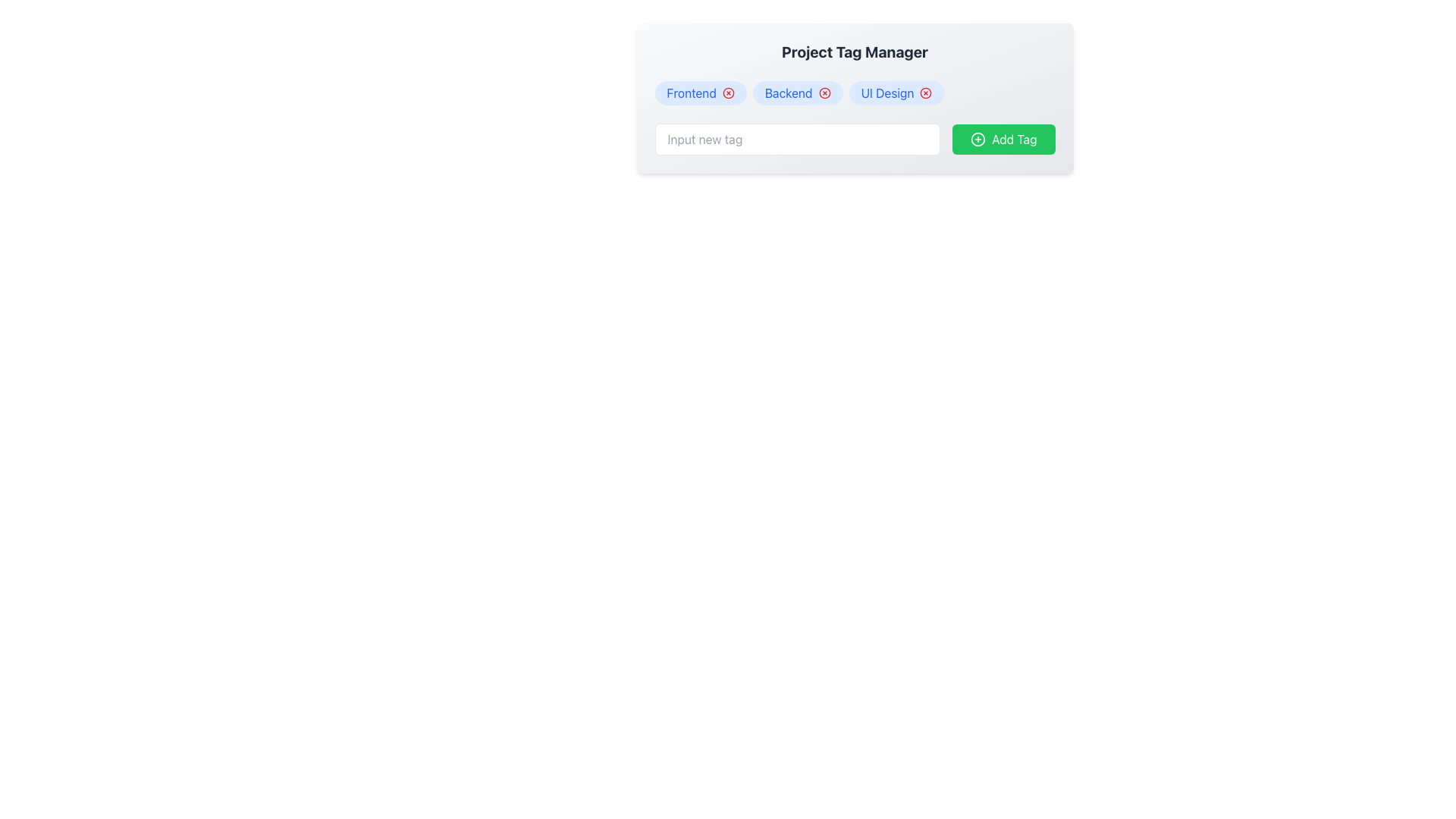 This screenshot has width=1456, height=819. I want to click on the small circular red 'X' button located within the 'UI Design' badge, positioned towards the right side of the badge text, so click(925, 93).